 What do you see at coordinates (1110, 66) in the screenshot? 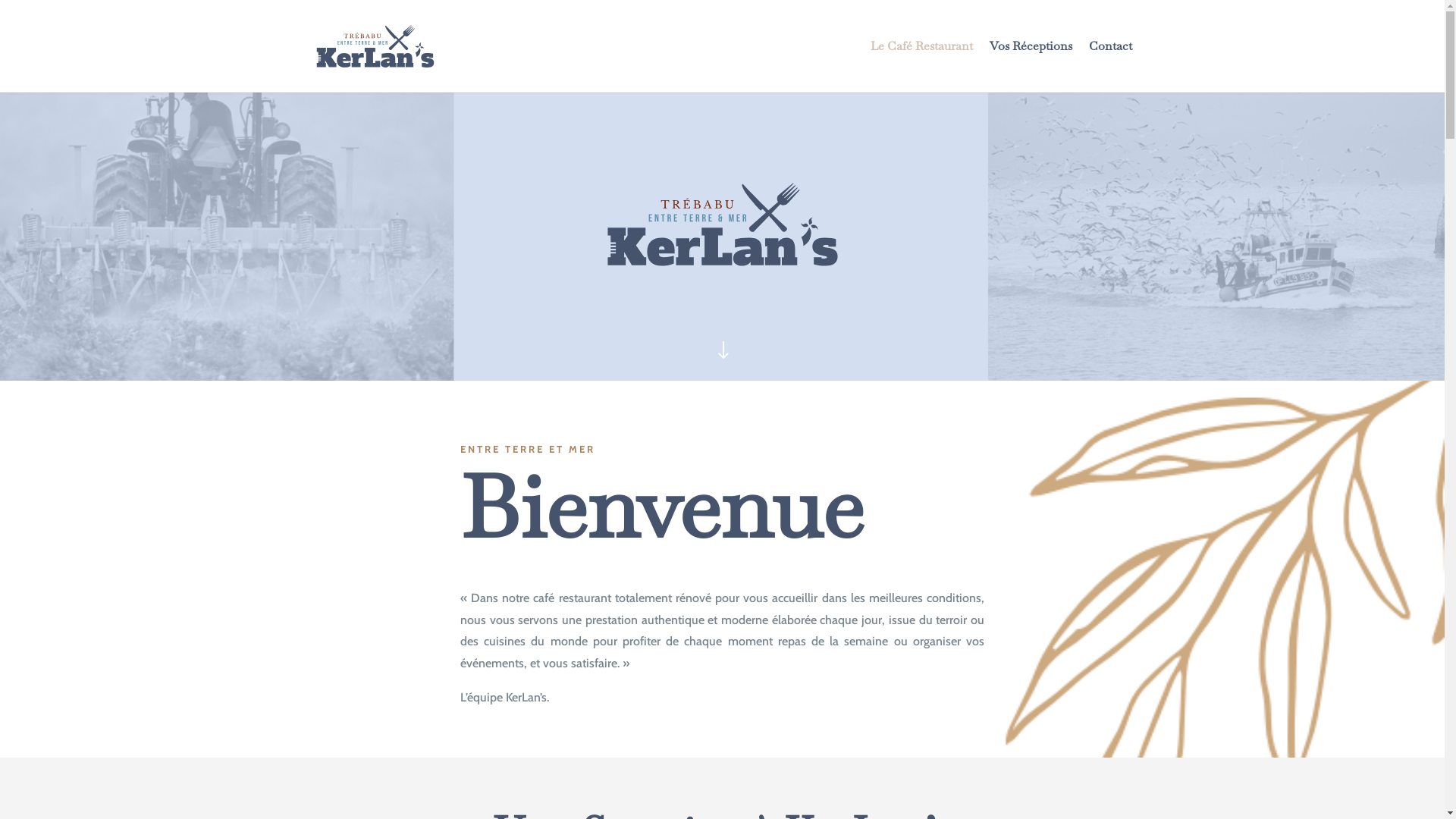
I see `'Contact'` at bounding box center [1110, 66].